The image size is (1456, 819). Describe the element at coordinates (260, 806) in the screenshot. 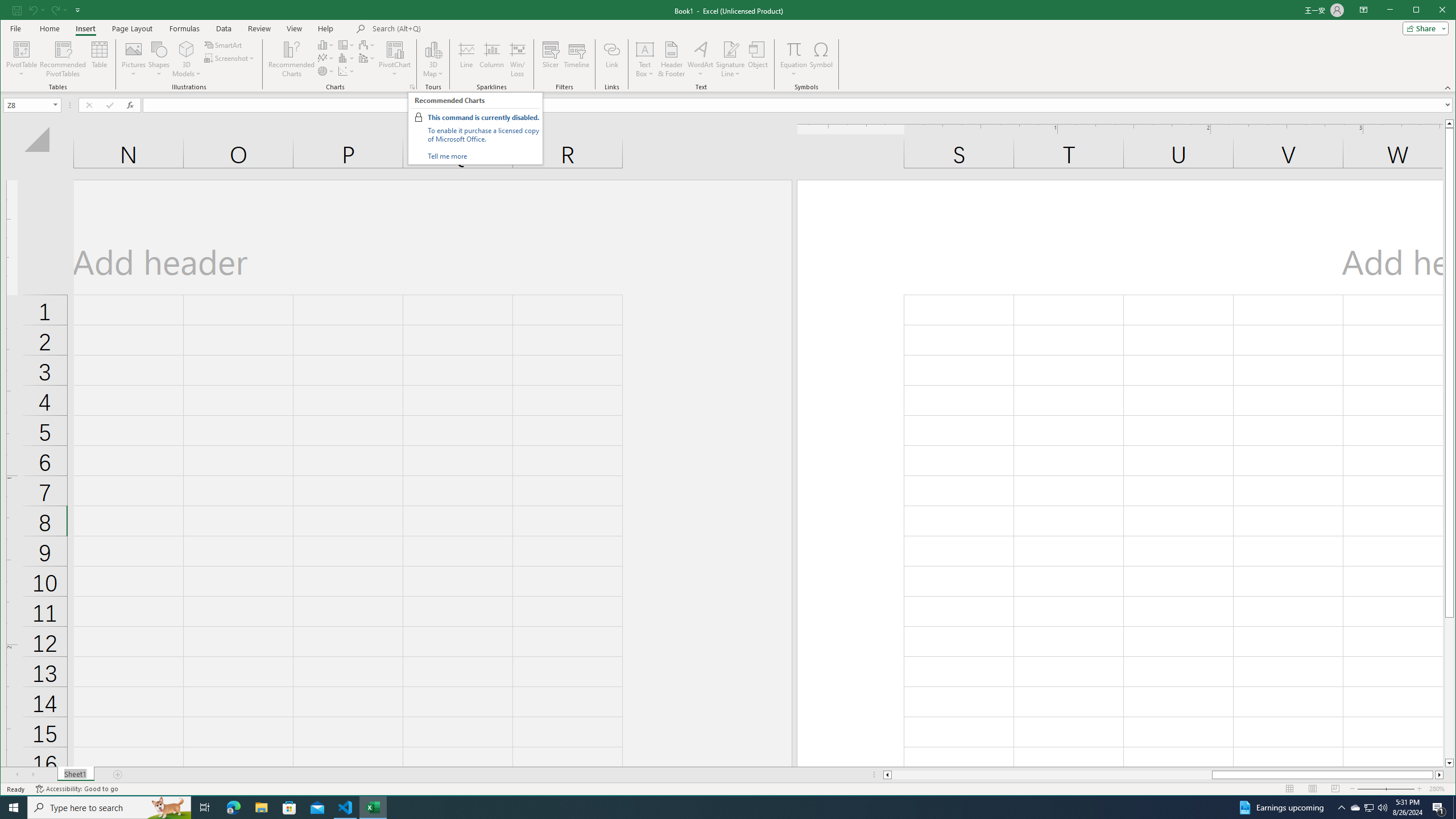

I see `'File Explorer'` at that location.